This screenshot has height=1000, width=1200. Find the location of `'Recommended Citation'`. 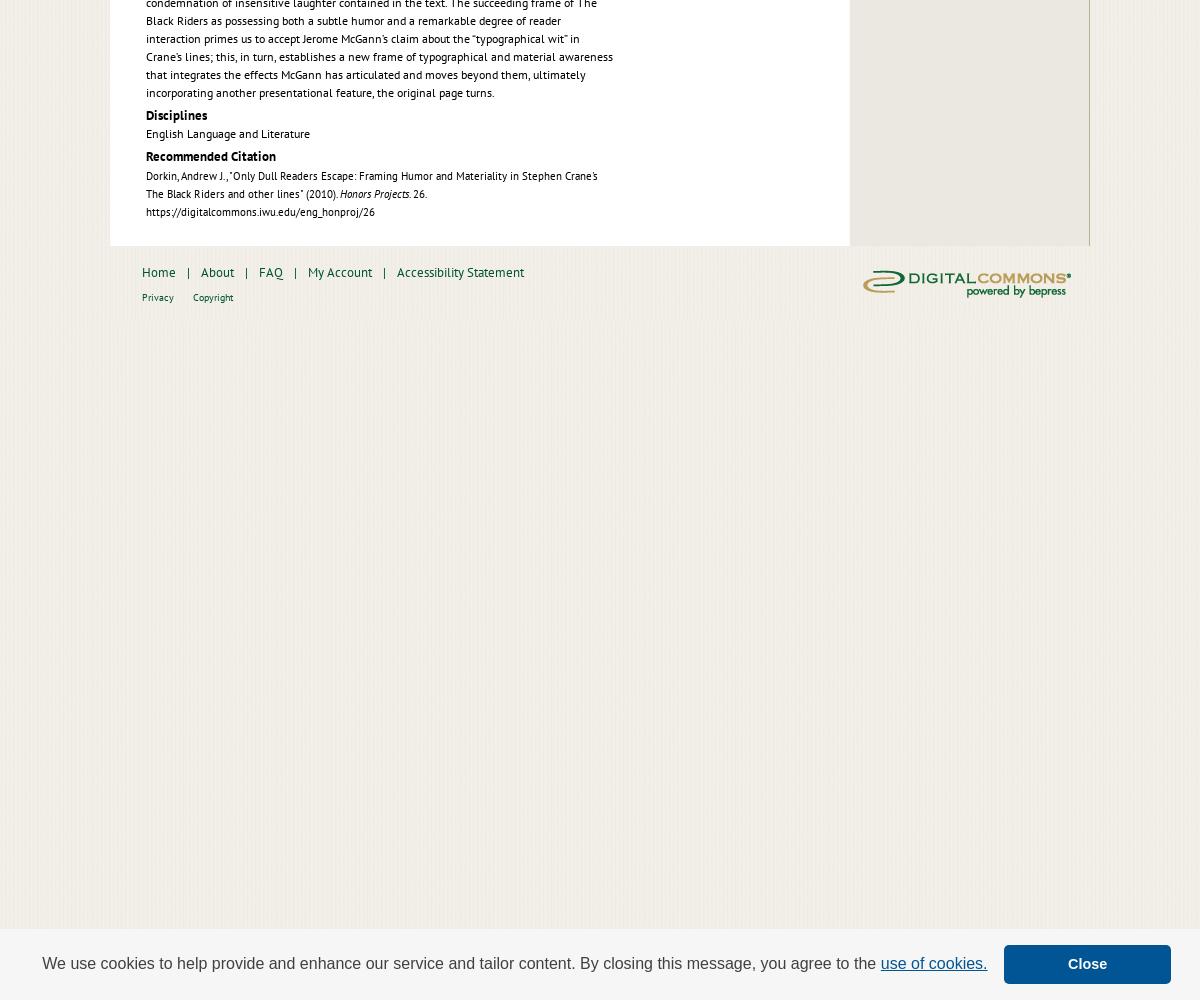

'Recommended Citation' is located at coordinates (146, 156).